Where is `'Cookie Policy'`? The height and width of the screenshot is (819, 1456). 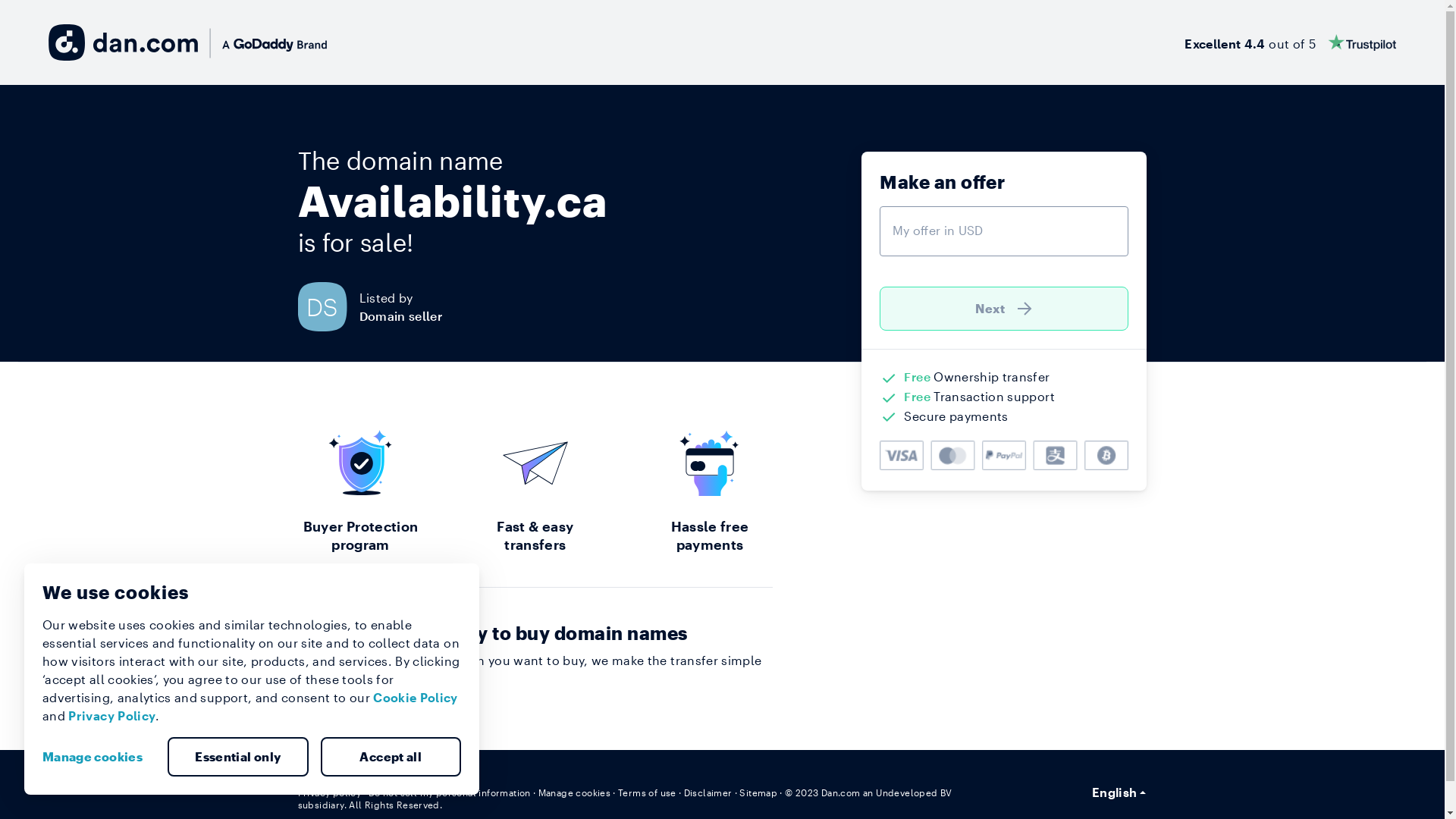
'Cookie Policy' is located at coordinates (415, 697).